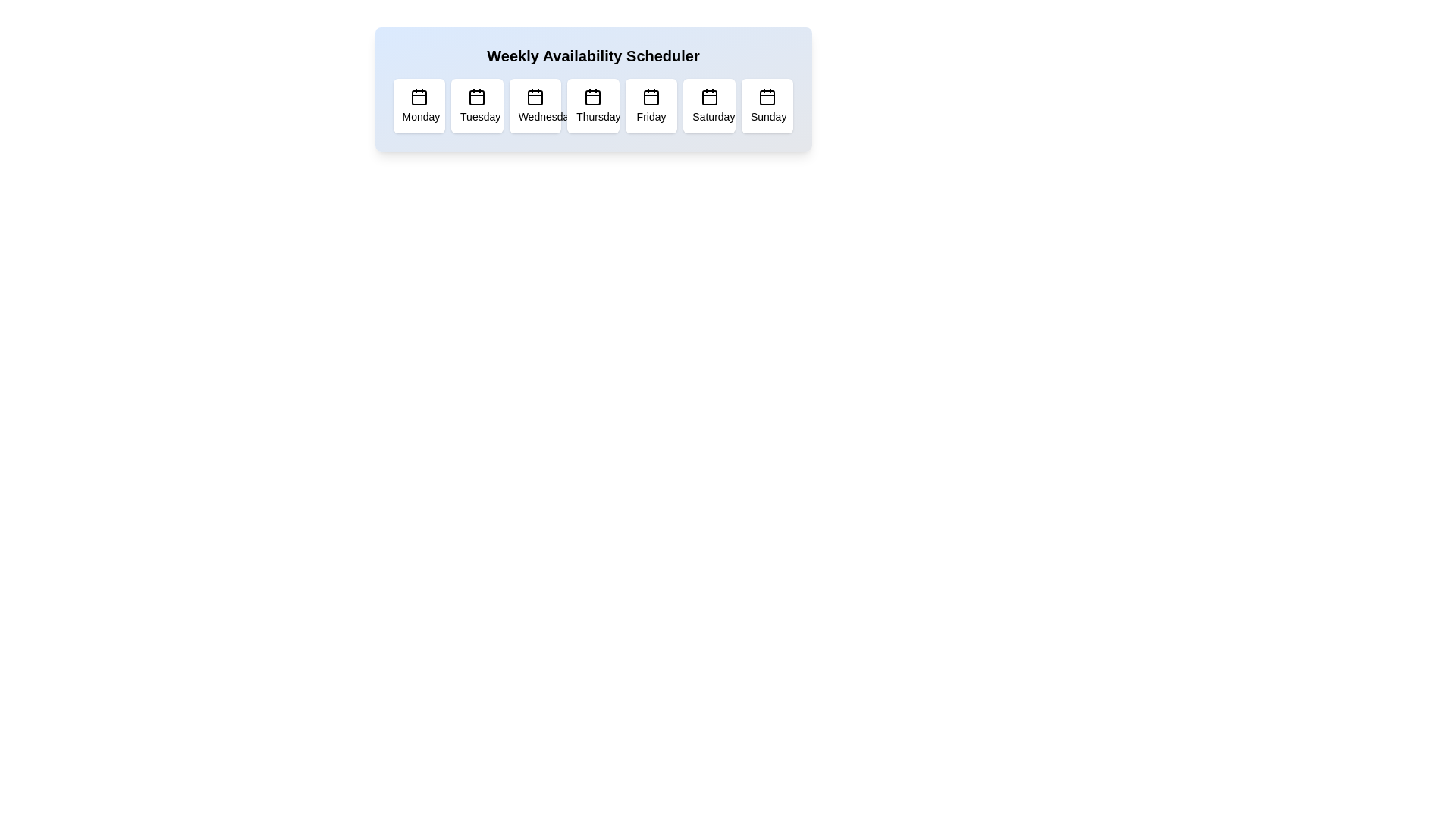 The width and height of the screenshot is (1456, 819). Describe the element at coordinates (592, 55) in the screenshot. I see `the header text 'Weekly Availability Scheduler'` at that location.